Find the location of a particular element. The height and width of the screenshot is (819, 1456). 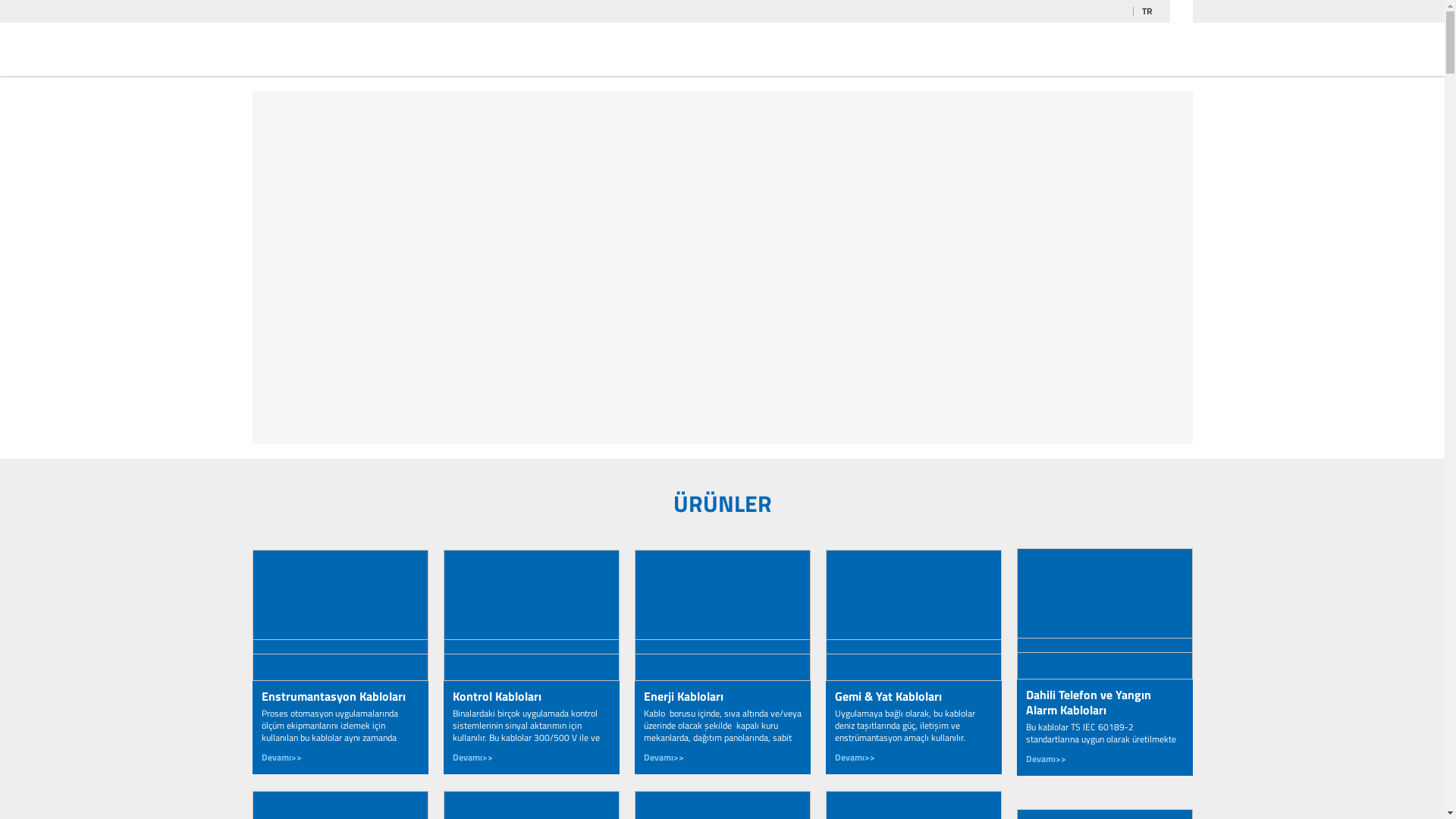

'INSTAGRAM' is located at coordinates (1073, 11).